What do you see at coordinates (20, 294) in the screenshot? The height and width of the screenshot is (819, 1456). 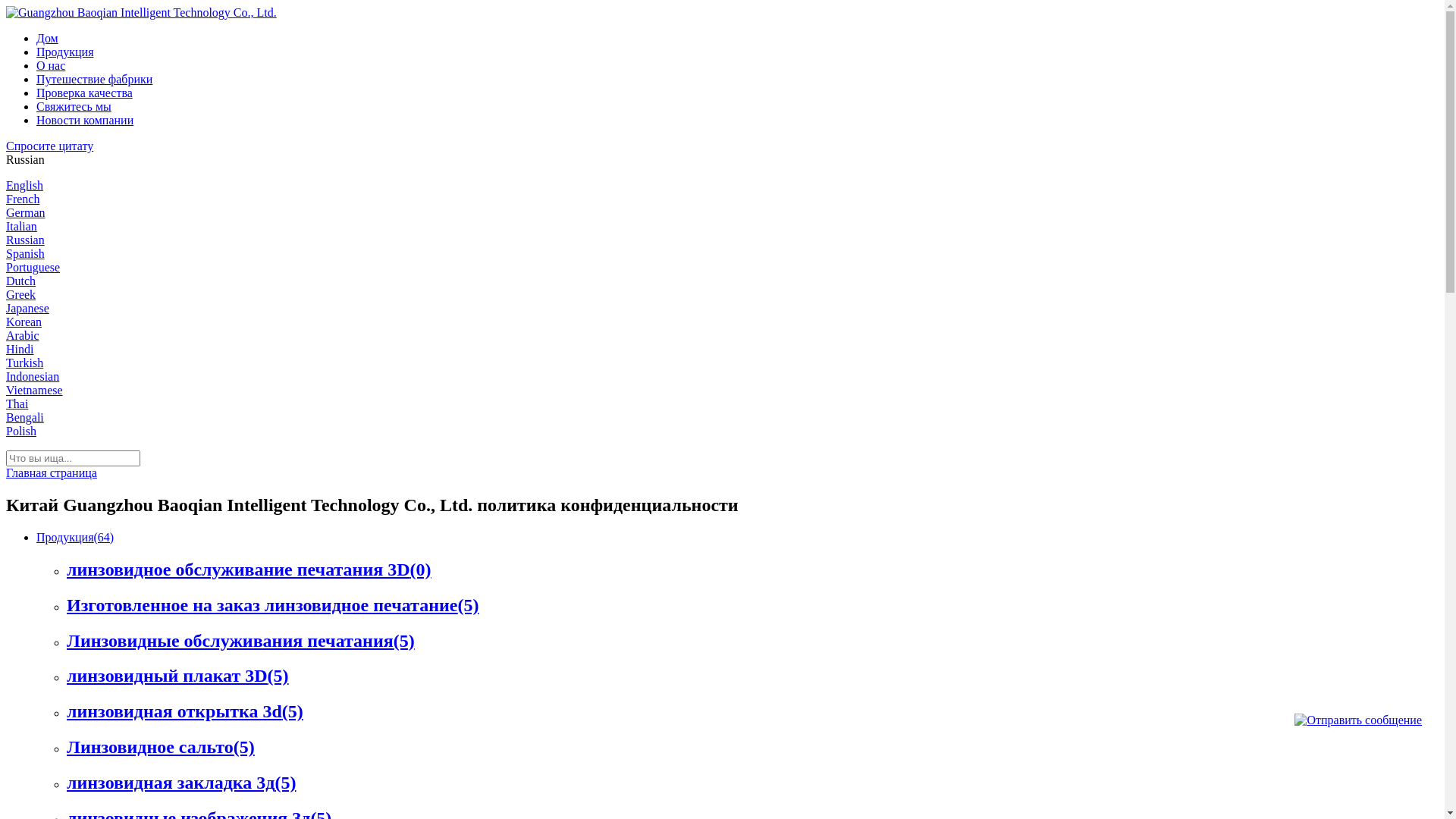 I see `'Greek'` at bounding box center [20, 294].